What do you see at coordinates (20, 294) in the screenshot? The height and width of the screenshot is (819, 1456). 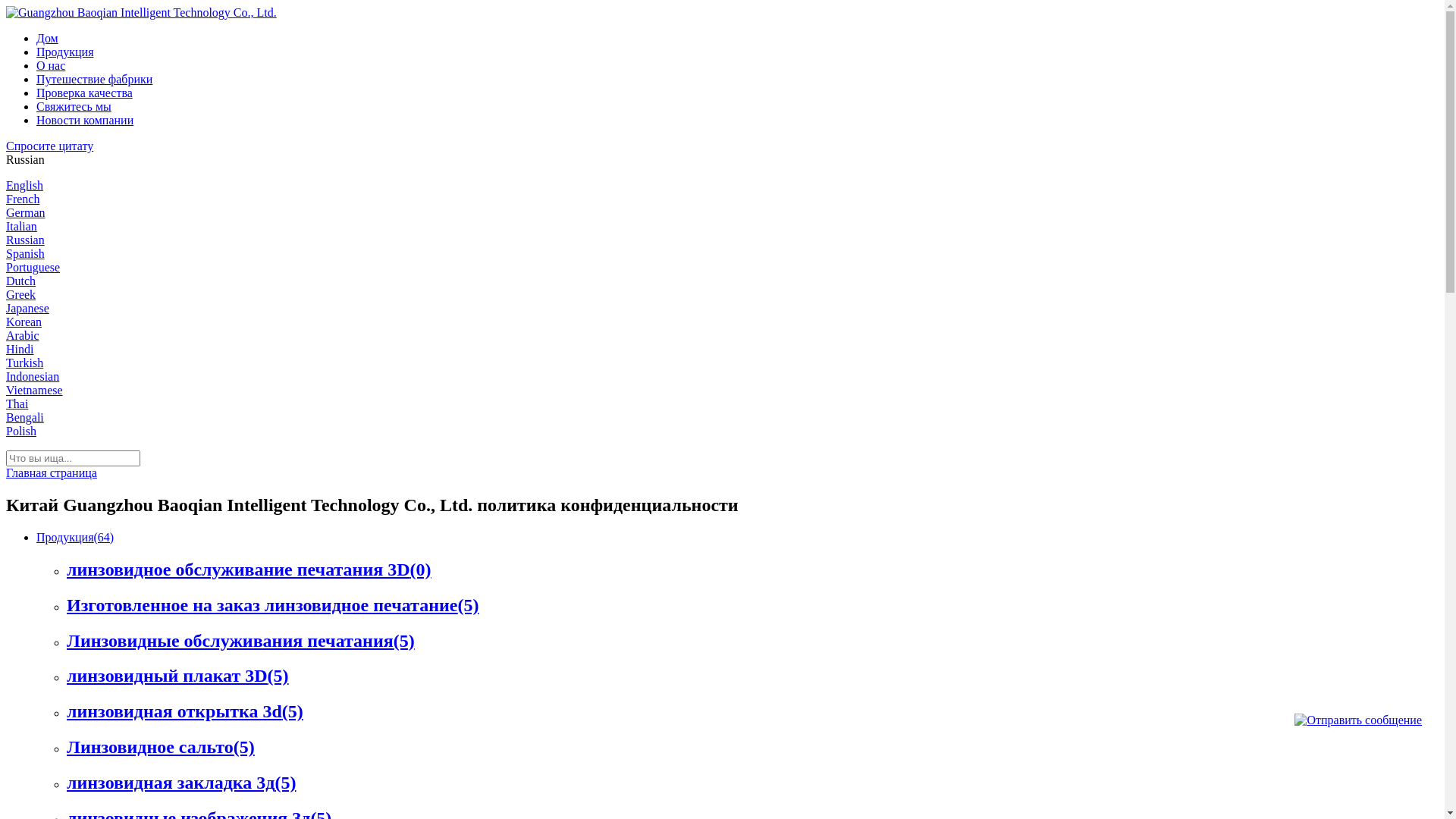 I see `'Greek'` at bounding box center [20, 294].